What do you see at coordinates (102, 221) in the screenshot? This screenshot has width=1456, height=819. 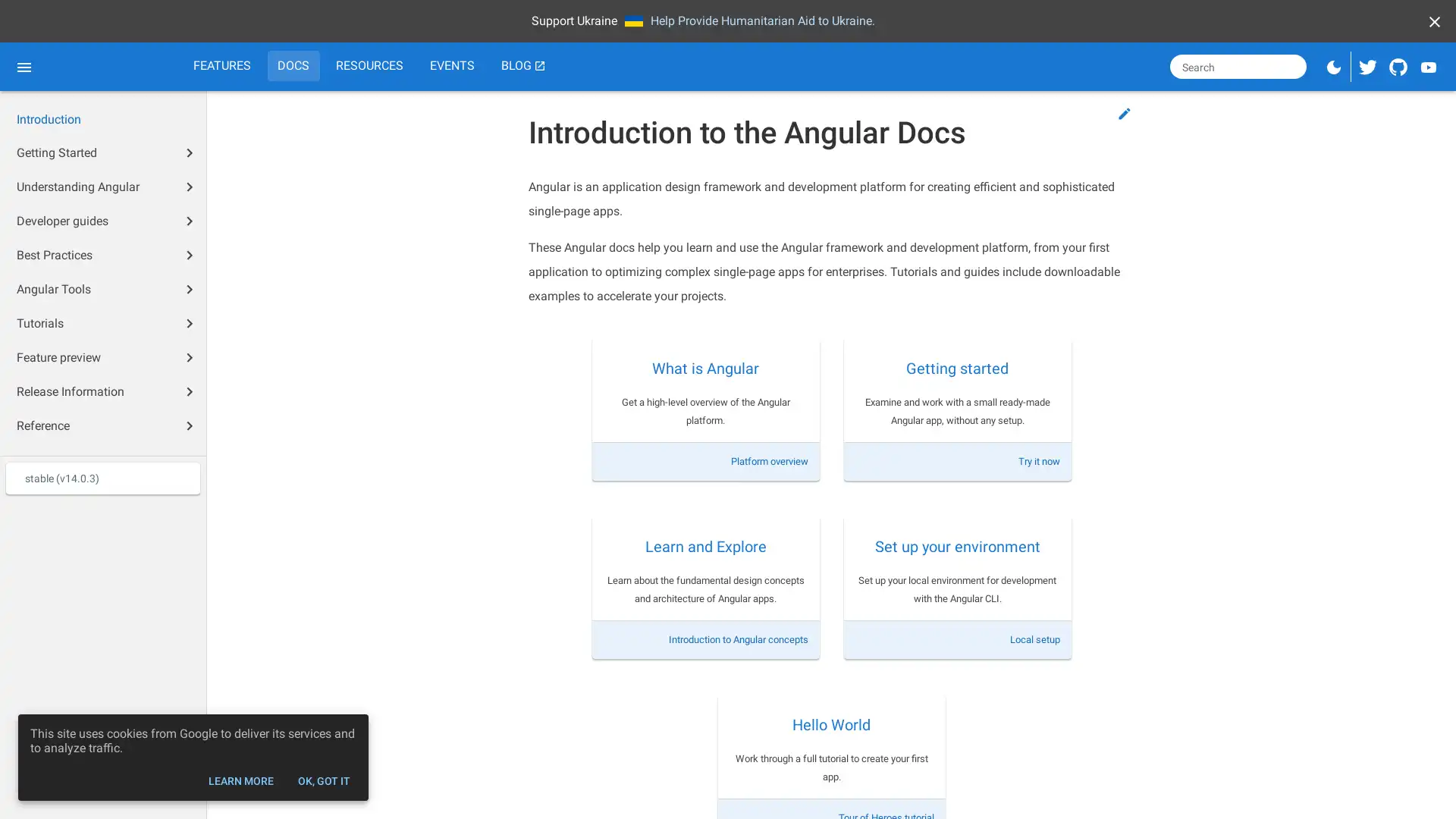 I see `Developer guides` at bounding box center [102, 221].